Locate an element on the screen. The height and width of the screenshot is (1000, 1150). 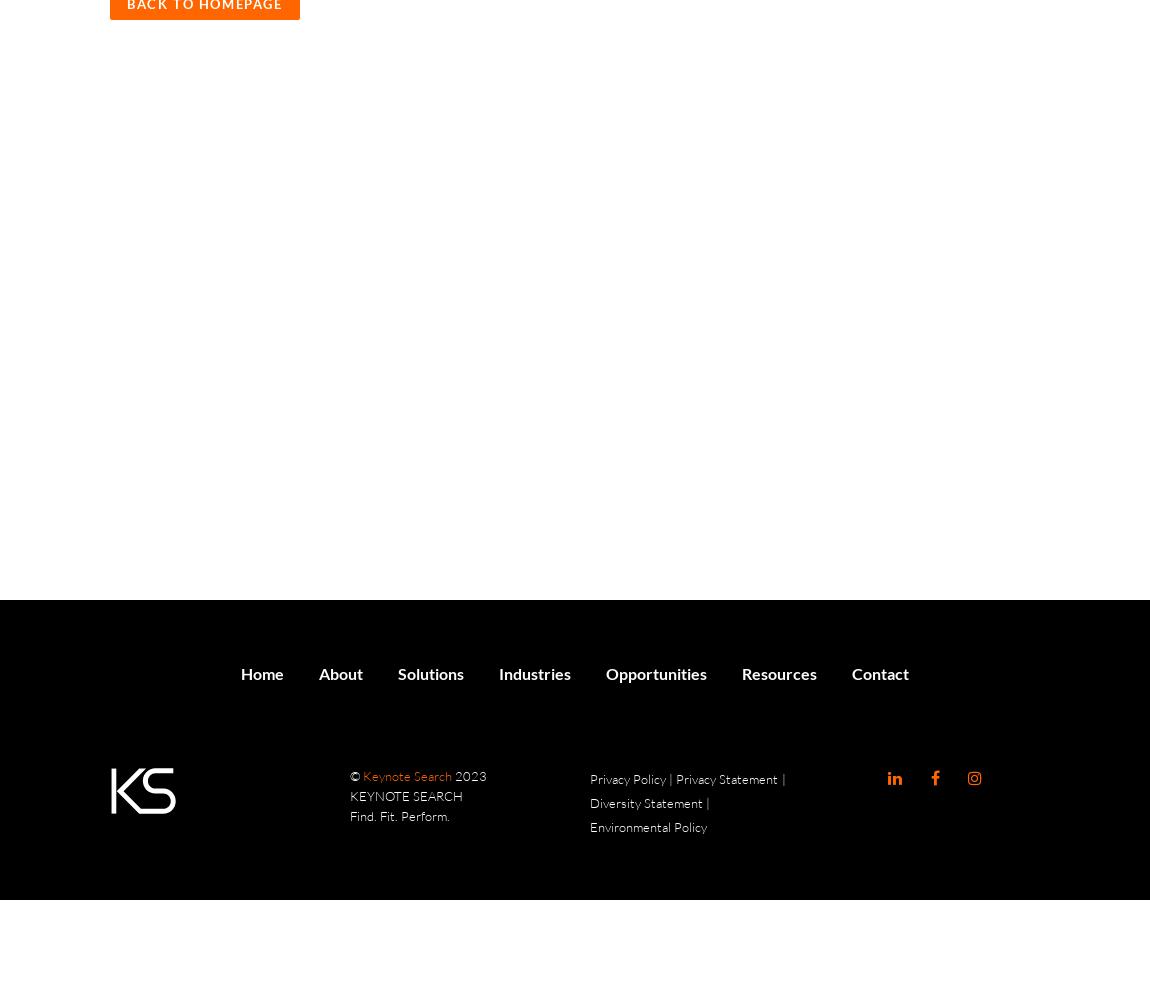
'2023' is located at coordinates (469, 776).